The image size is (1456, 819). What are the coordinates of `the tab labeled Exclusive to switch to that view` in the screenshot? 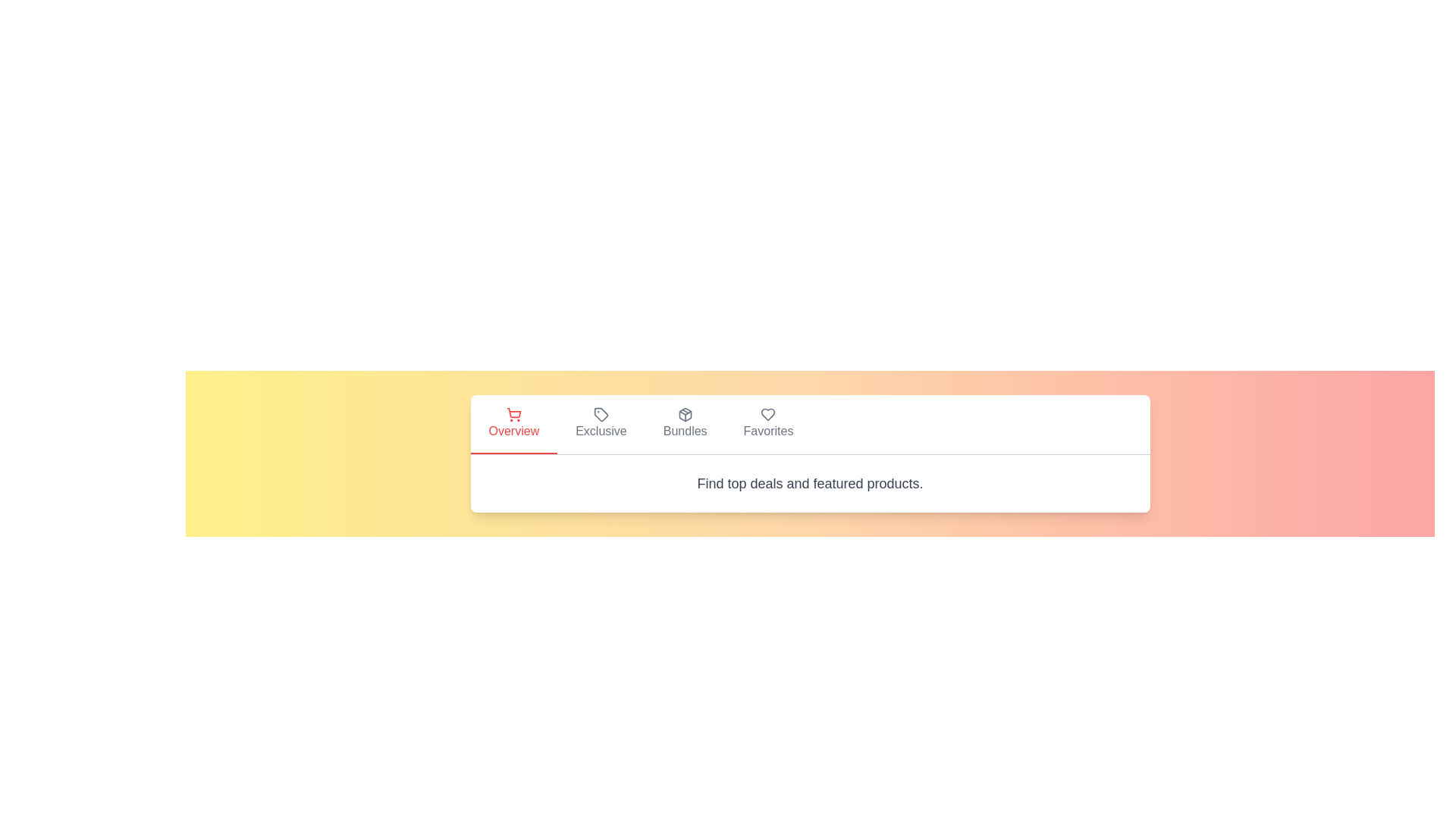 It's located at (600, 424).